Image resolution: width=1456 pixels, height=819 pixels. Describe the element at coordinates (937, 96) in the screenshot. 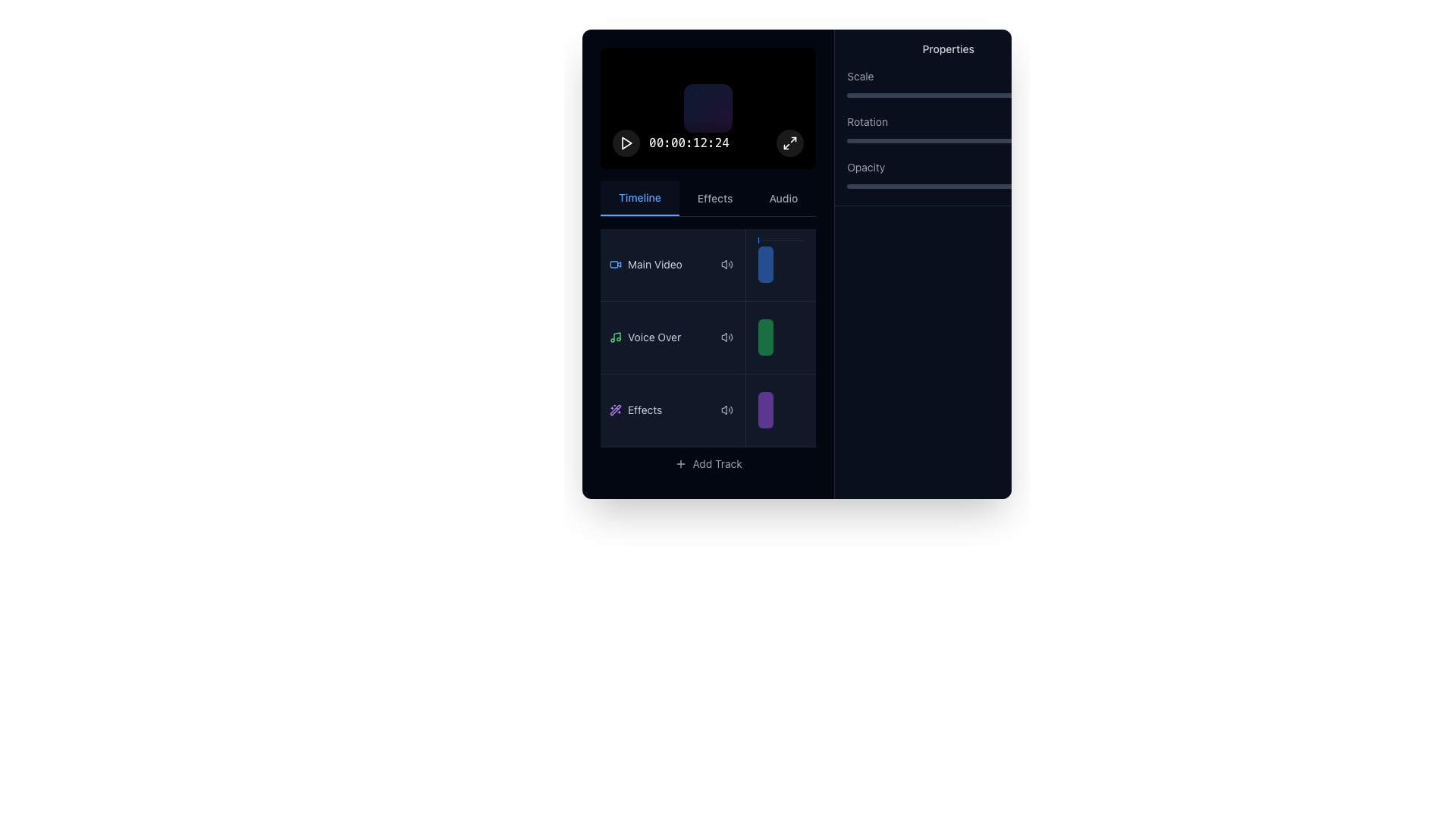

I see `the scale slider` at that location.